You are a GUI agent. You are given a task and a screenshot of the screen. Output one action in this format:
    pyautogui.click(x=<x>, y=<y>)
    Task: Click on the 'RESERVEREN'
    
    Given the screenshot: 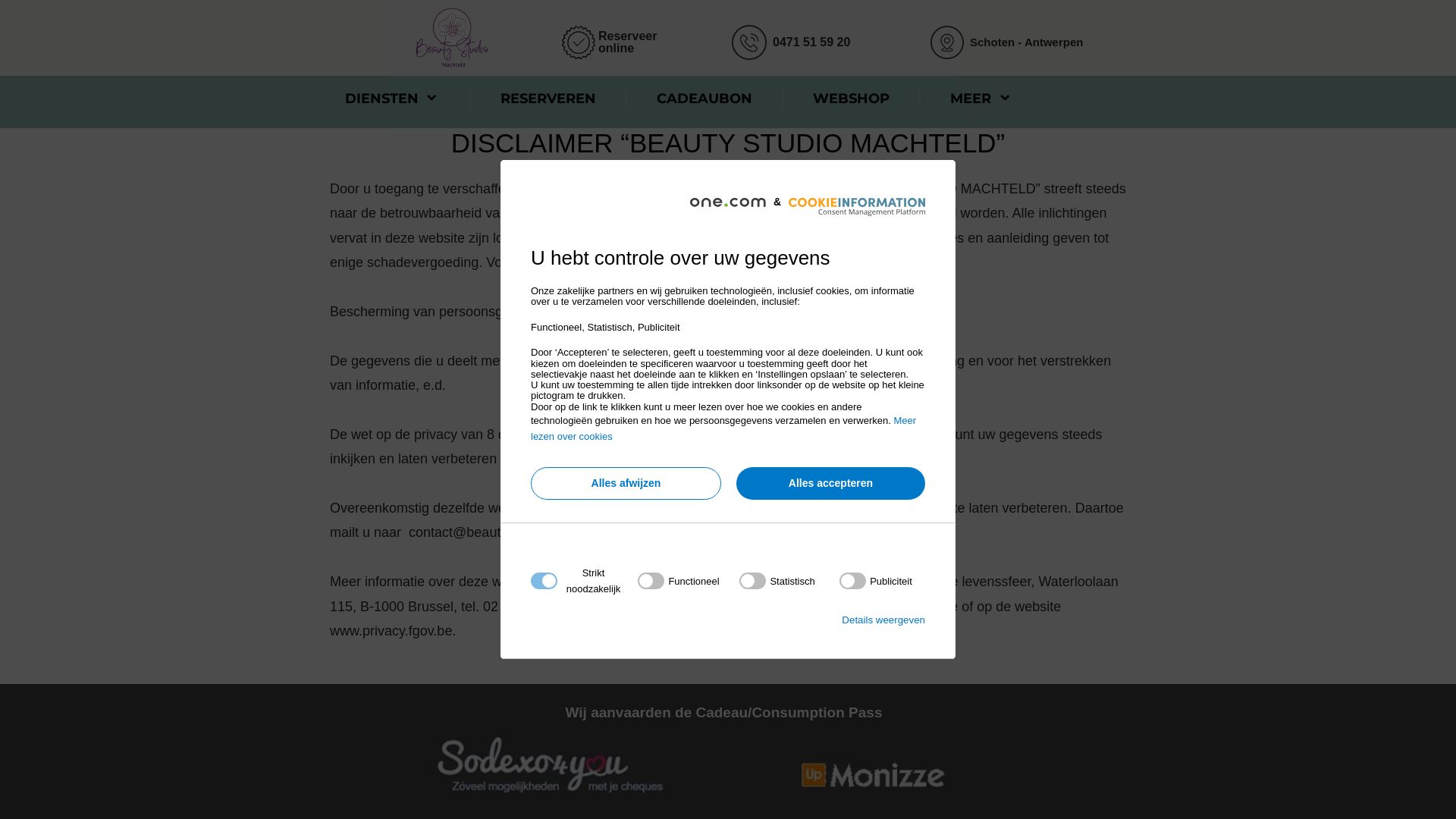 What is the action you would take?
    pyautogui.click(x=548, y=99)
    